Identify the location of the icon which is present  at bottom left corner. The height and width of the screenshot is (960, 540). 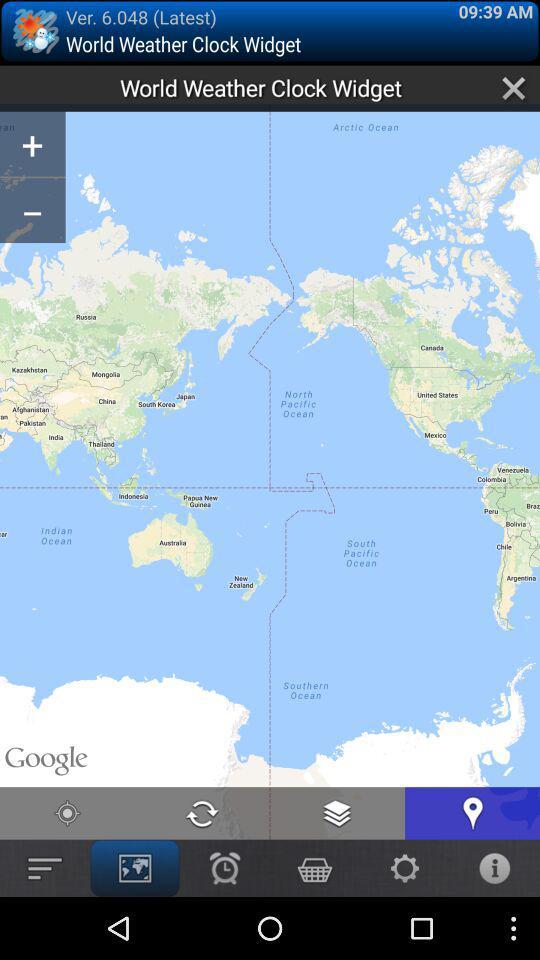
(44, 867).